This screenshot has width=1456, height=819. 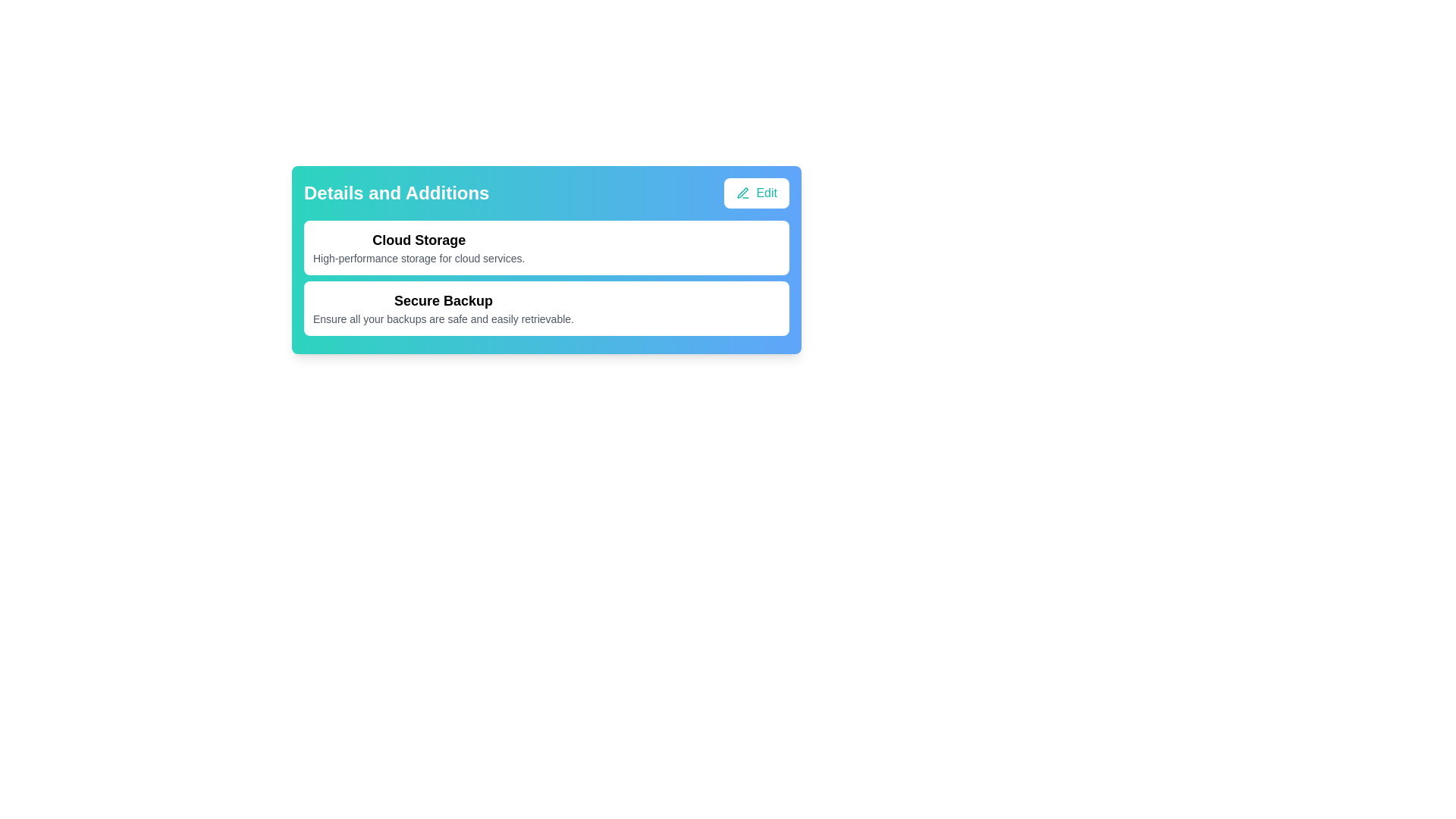 What do you see at coordinates (397, 192) in the screenshot?
I see `the text label that displays 'Details and Additions' in bold, large white font, located at the top left of the boxed interface` at bounding box center [397, 192].